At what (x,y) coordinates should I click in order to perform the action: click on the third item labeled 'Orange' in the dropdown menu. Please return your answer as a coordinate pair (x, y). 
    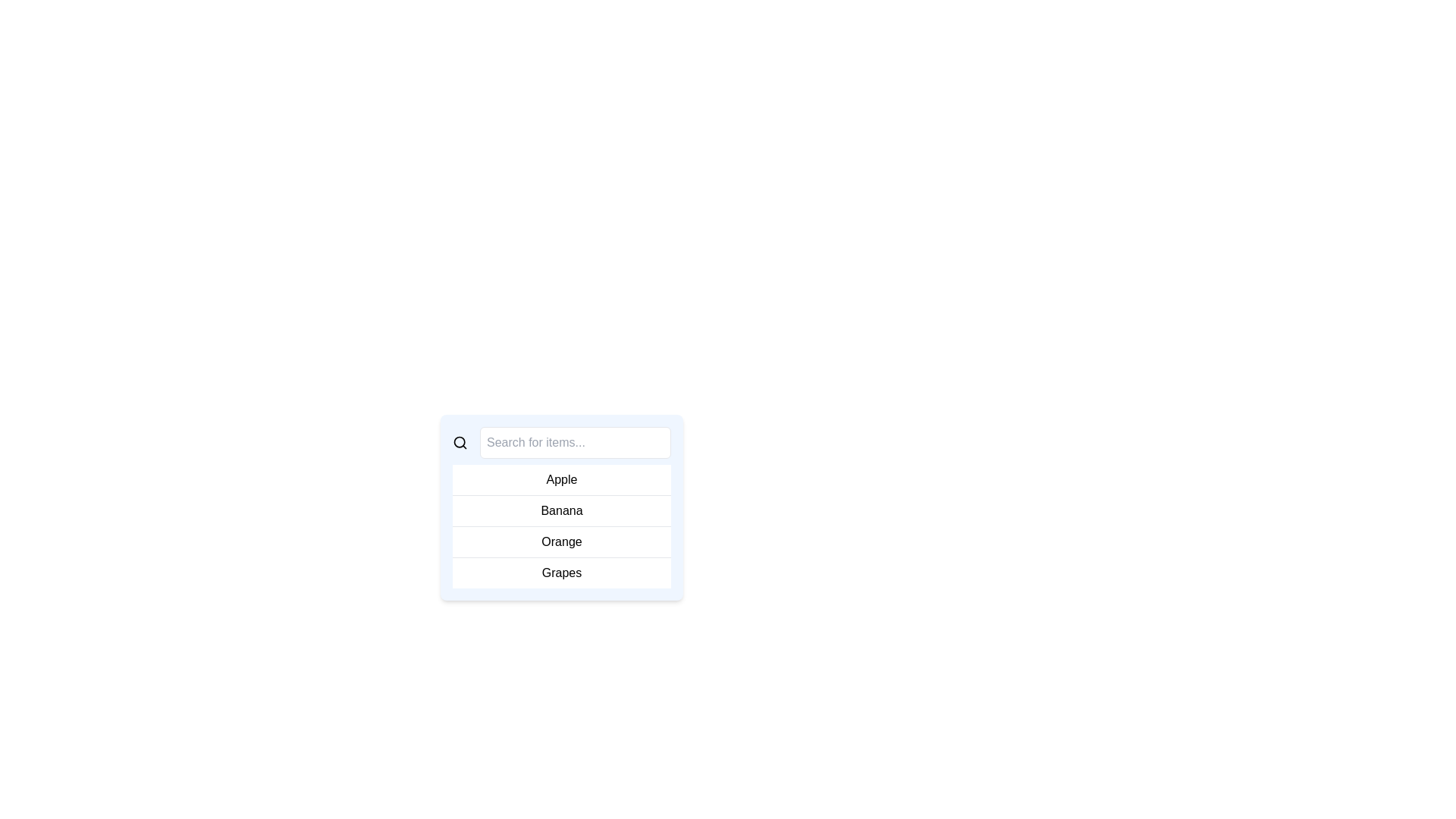
    Looking at the image, I should click on (560, 541).